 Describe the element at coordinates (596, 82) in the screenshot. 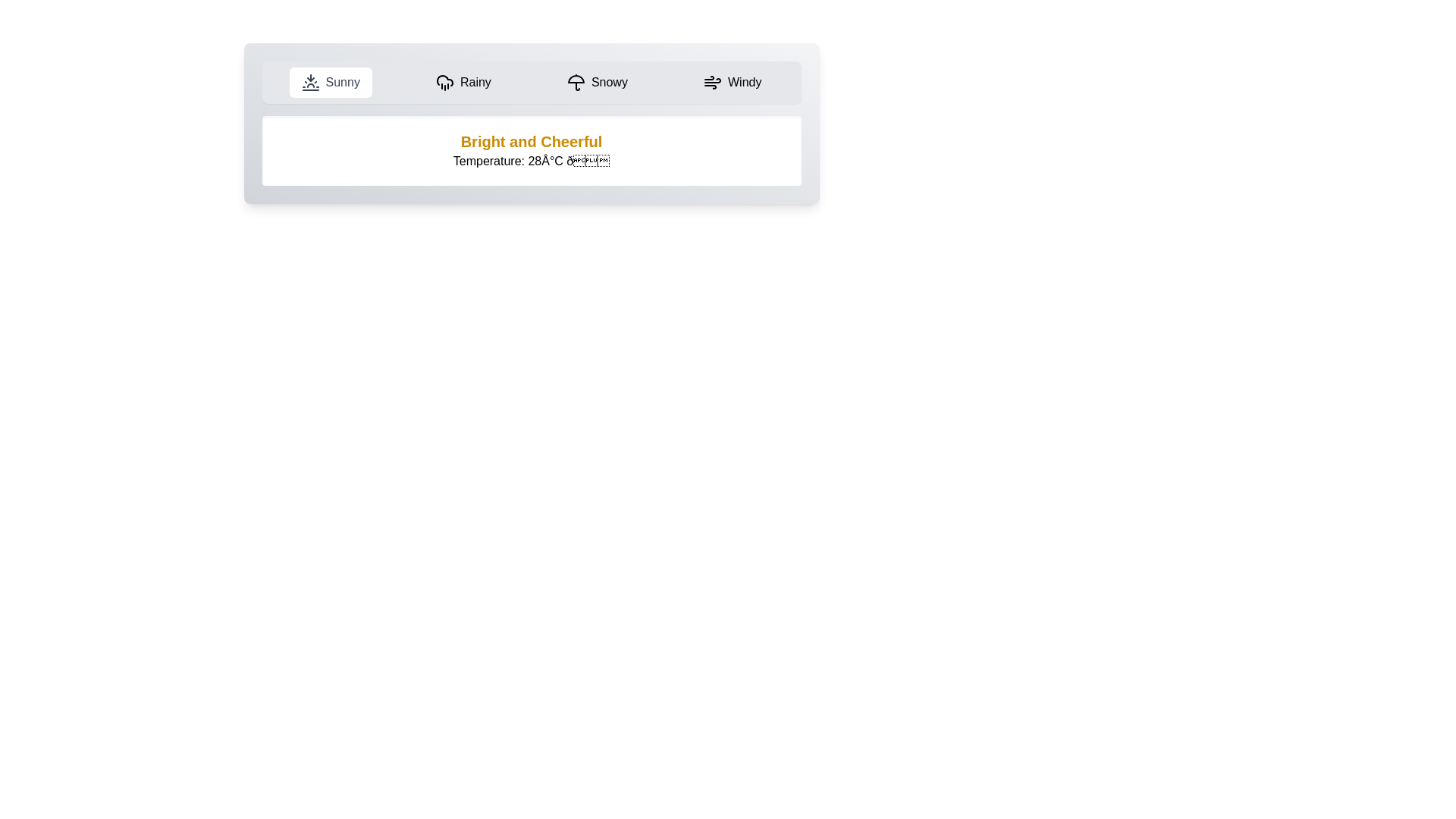

I see `the Snowy tab to display its content` at that location.